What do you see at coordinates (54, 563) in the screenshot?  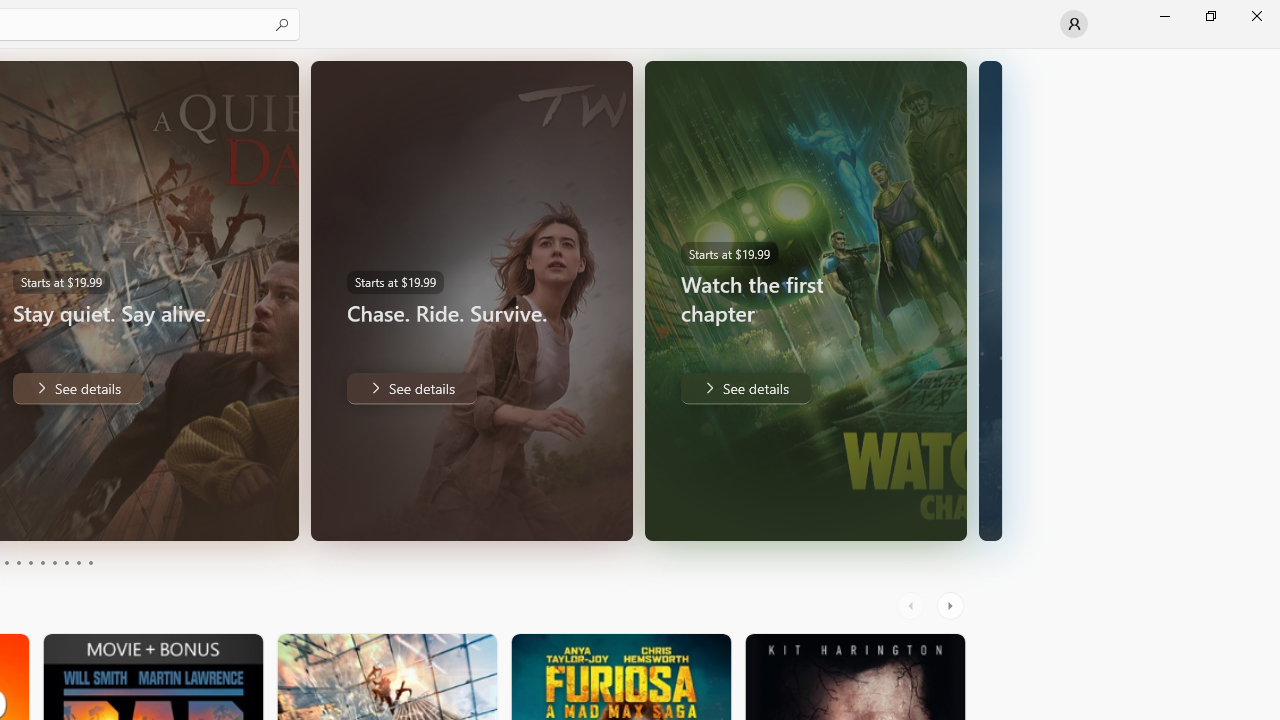 I see `'Page 7'` at bounding box center [54, 563].